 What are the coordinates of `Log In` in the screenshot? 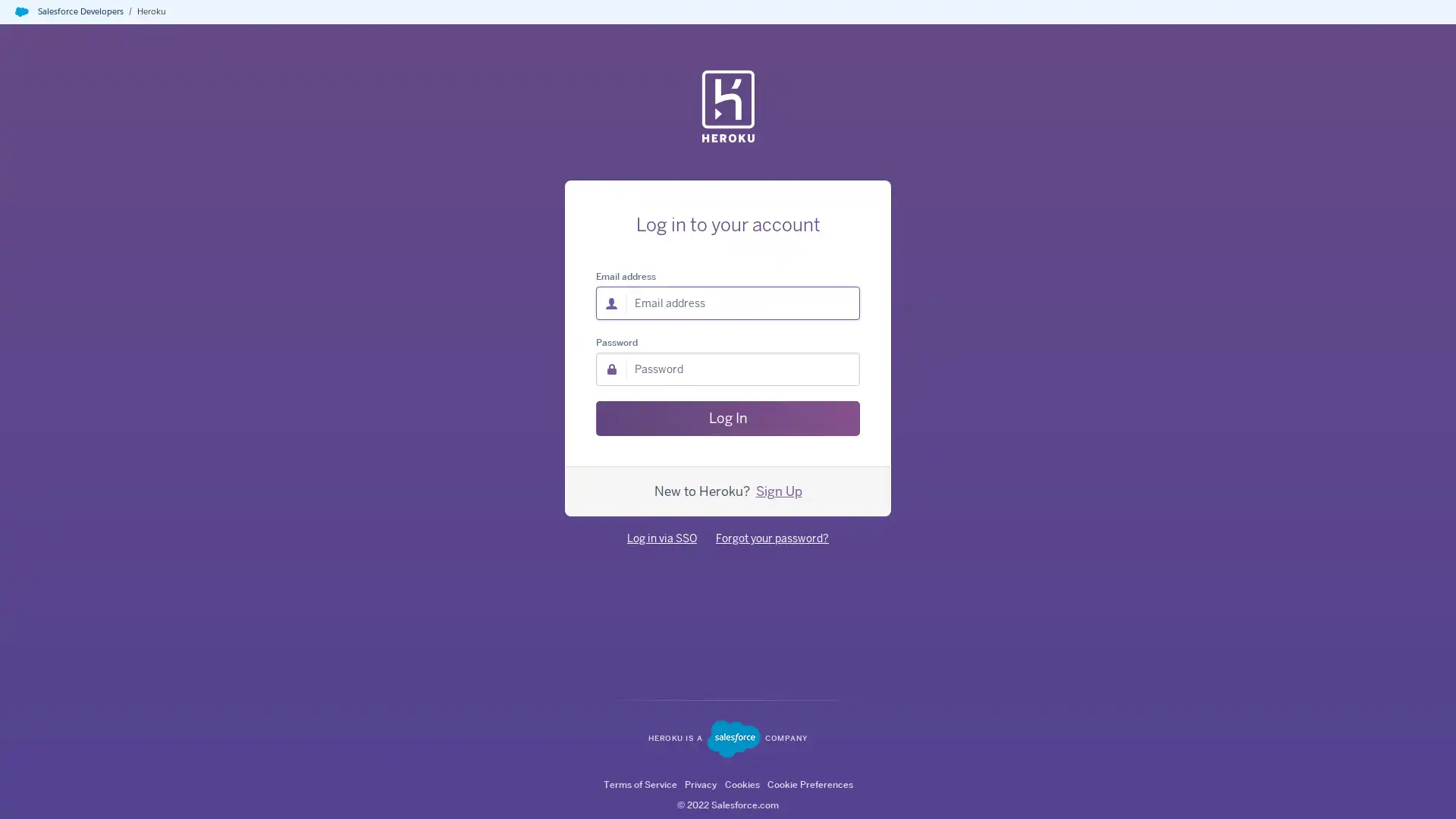 It's located at (728, 418).